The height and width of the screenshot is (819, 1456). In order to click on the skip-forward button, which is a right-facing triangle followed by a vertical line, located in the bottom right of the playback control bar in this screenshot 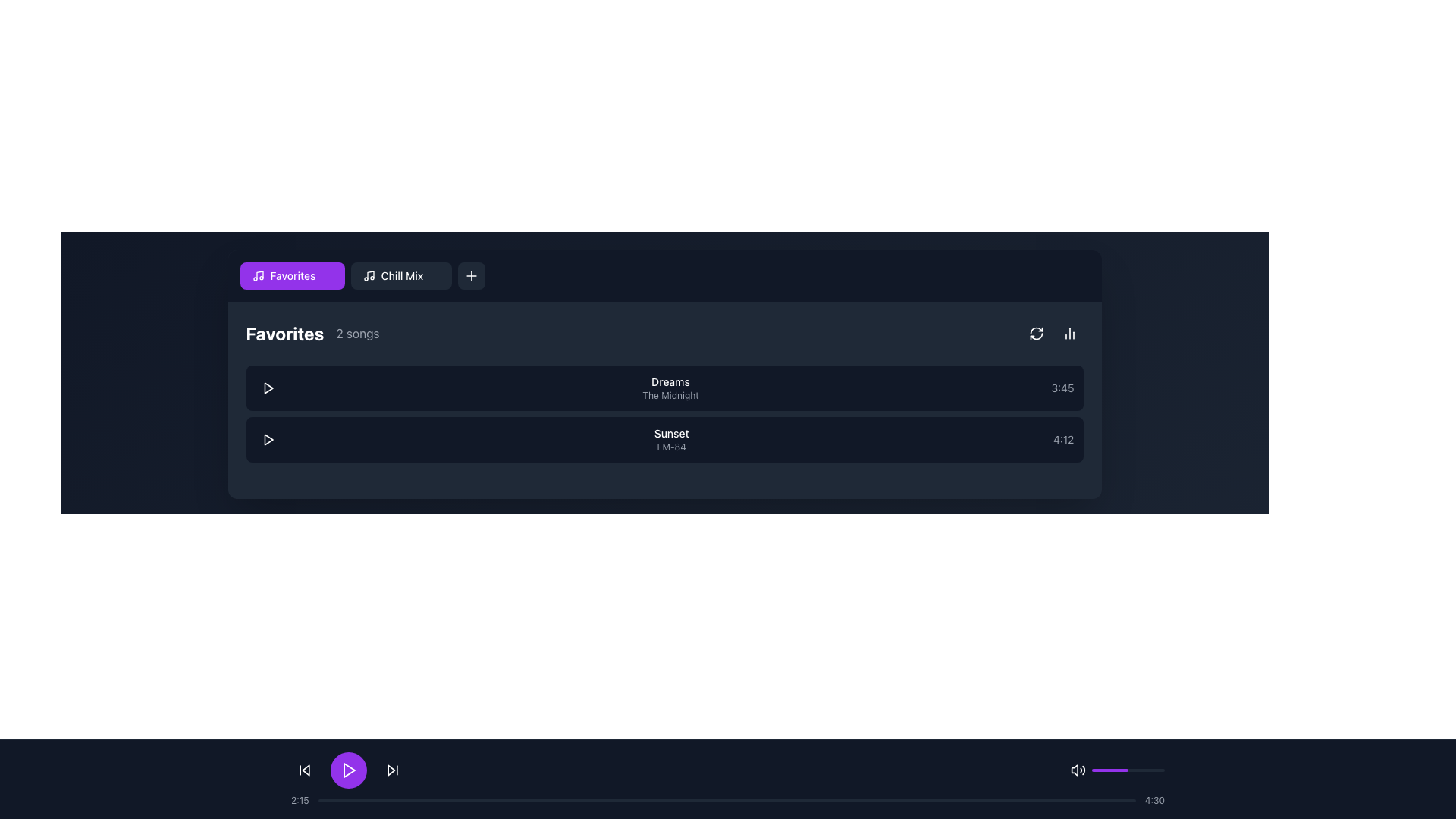, I will do `click(393, 770)`.